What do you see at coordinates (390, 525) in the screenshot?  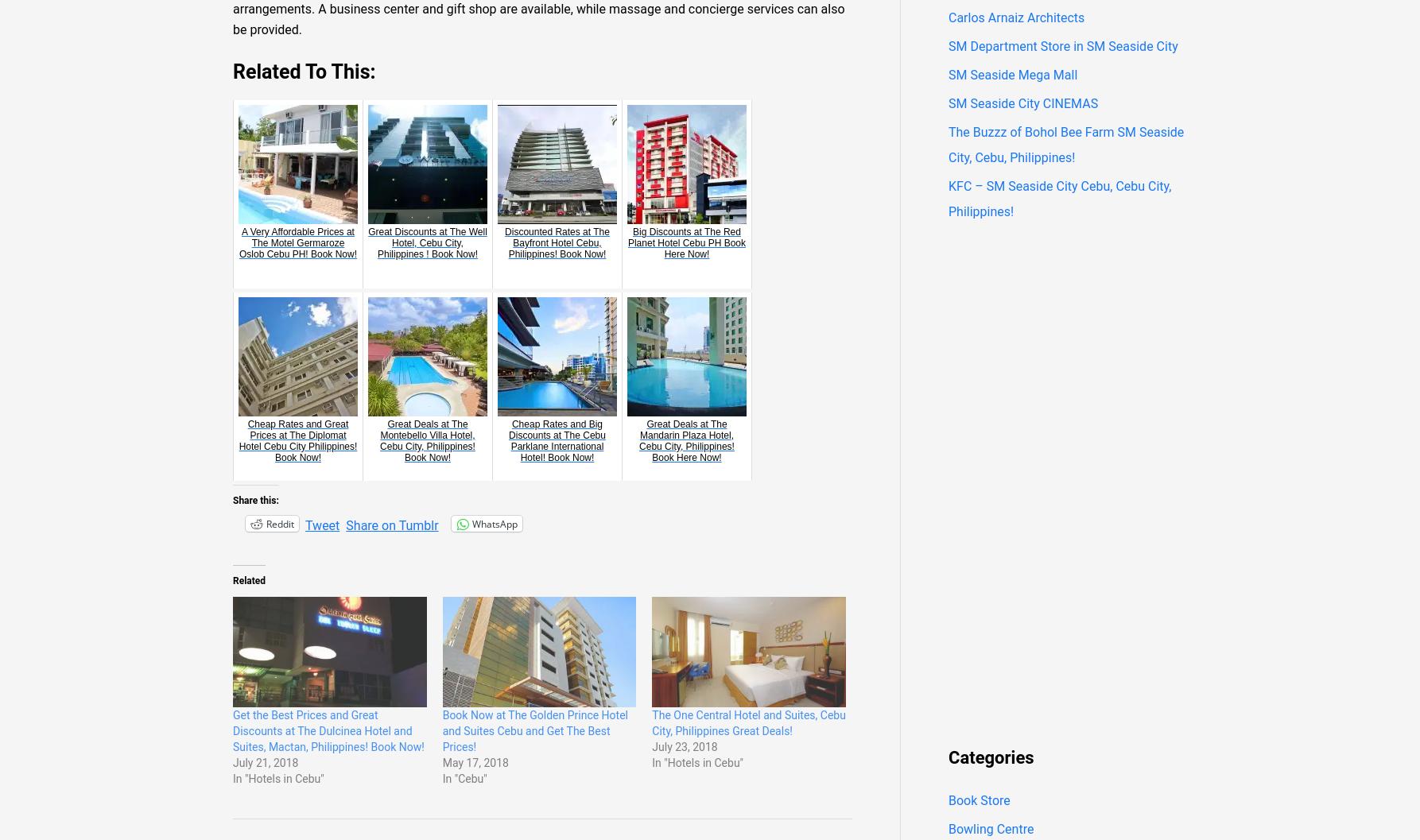 I see `'Share on Tumblr'` at bounding box center [390, 525].